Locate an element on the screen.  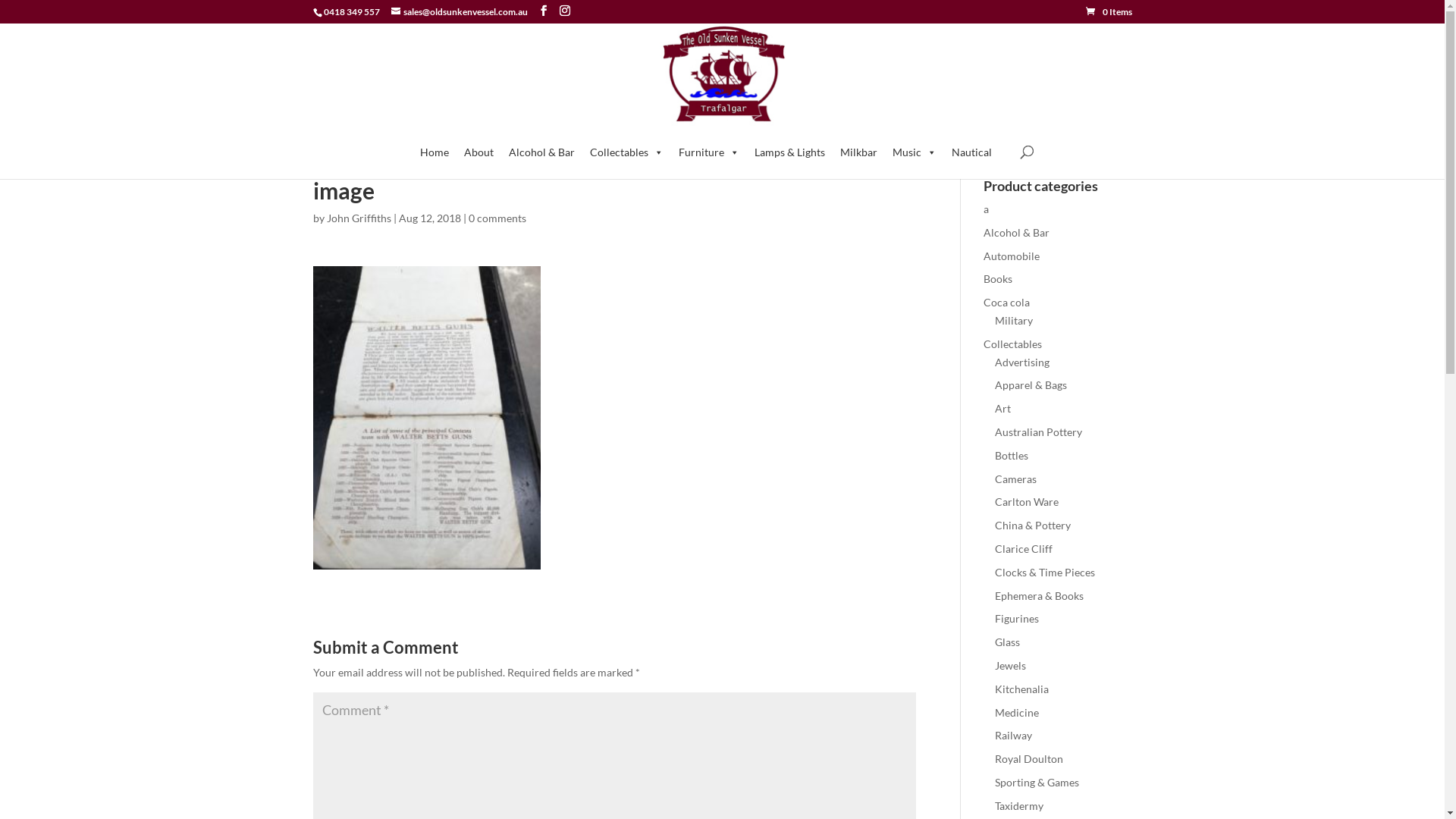
'Nautical' is located at coordinates (971, 152).